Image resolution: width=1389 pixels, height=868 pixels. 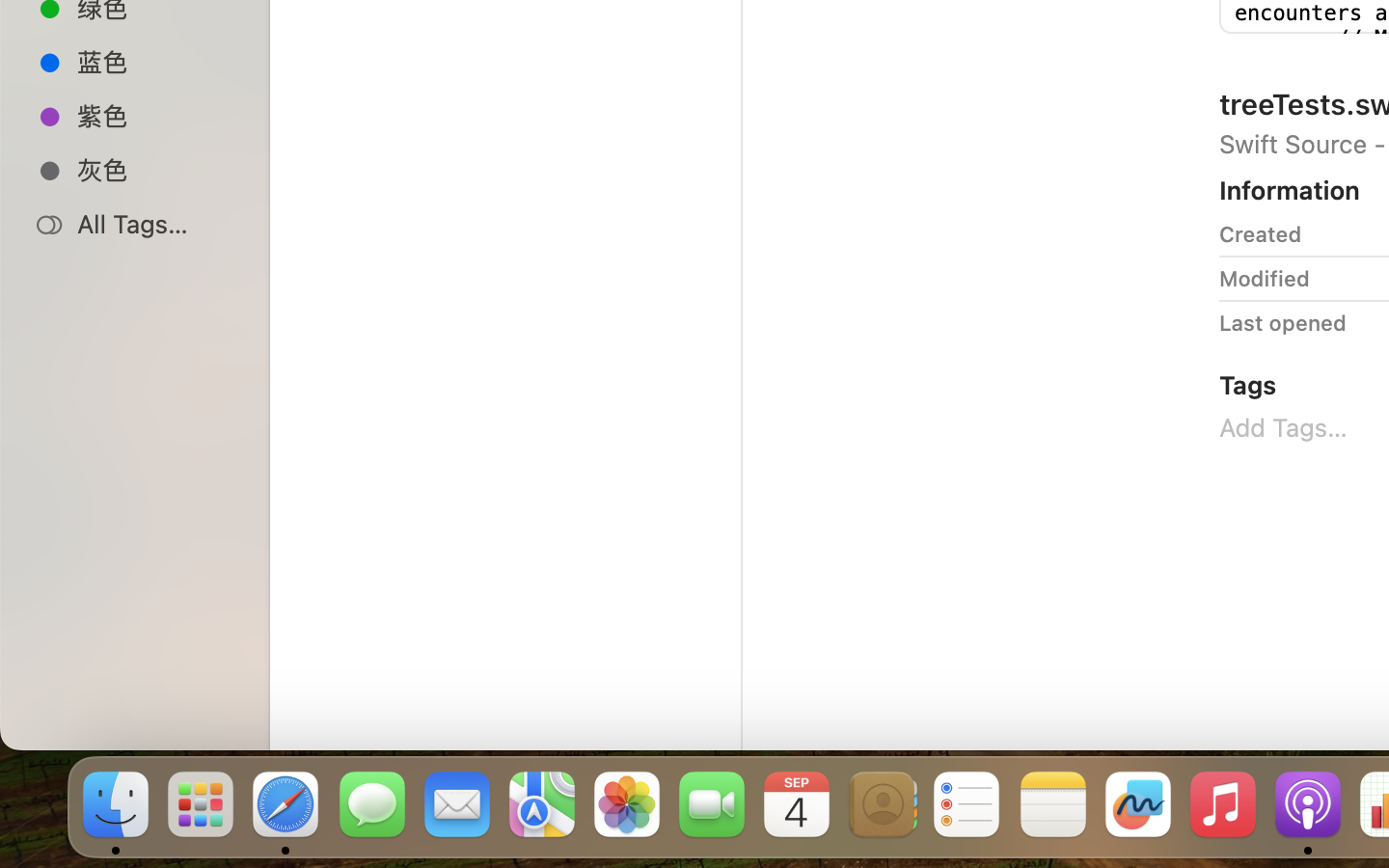 I want to click on 'Last opened', so click(x=1281, y=320).